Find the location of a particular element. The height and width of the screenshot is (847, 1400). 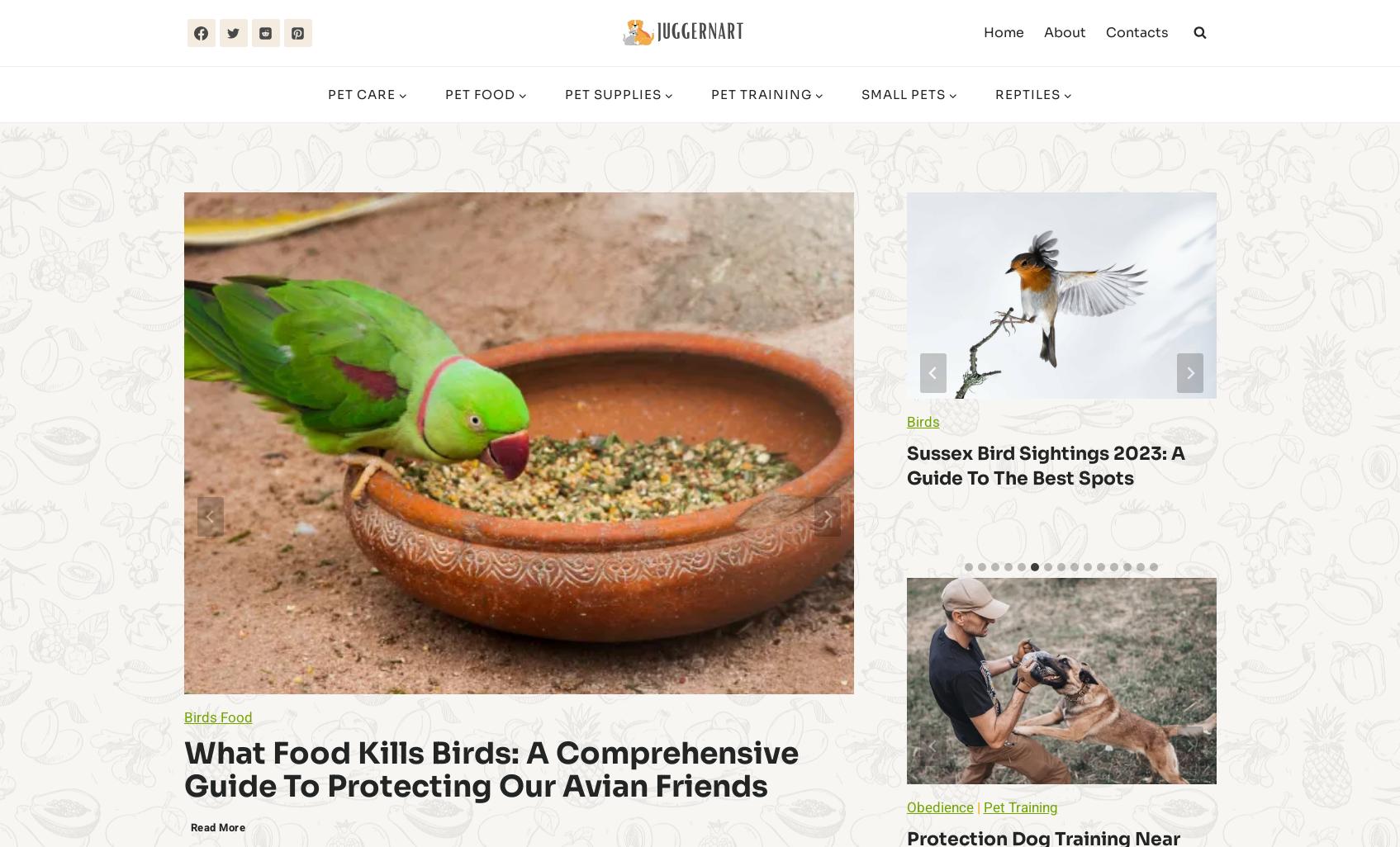

'Accessories' is located at coordinates (1279, 421).